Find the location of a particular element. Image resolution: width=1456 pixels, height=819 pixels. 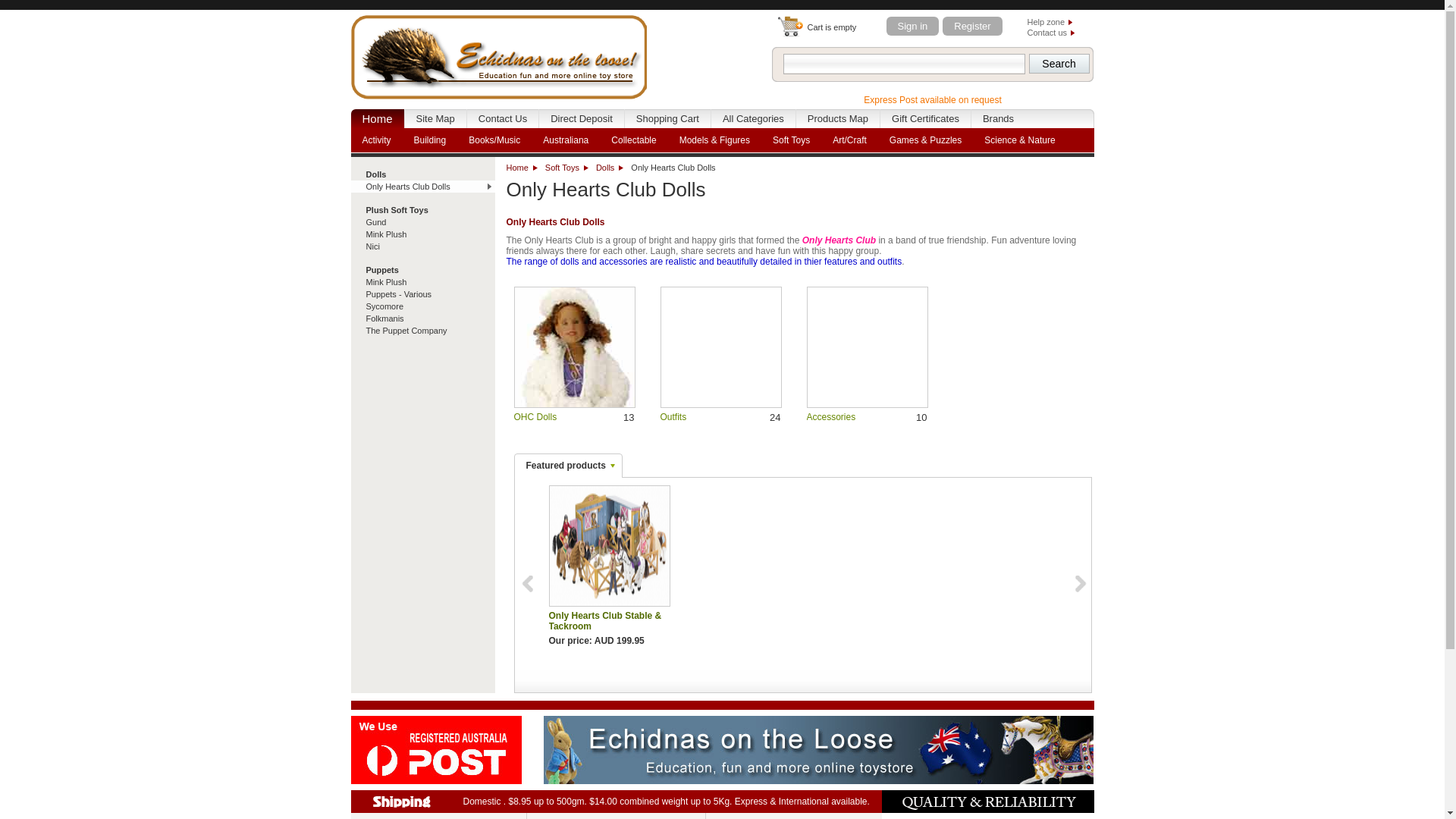

'Nici' is located at coordinates (349, 245).